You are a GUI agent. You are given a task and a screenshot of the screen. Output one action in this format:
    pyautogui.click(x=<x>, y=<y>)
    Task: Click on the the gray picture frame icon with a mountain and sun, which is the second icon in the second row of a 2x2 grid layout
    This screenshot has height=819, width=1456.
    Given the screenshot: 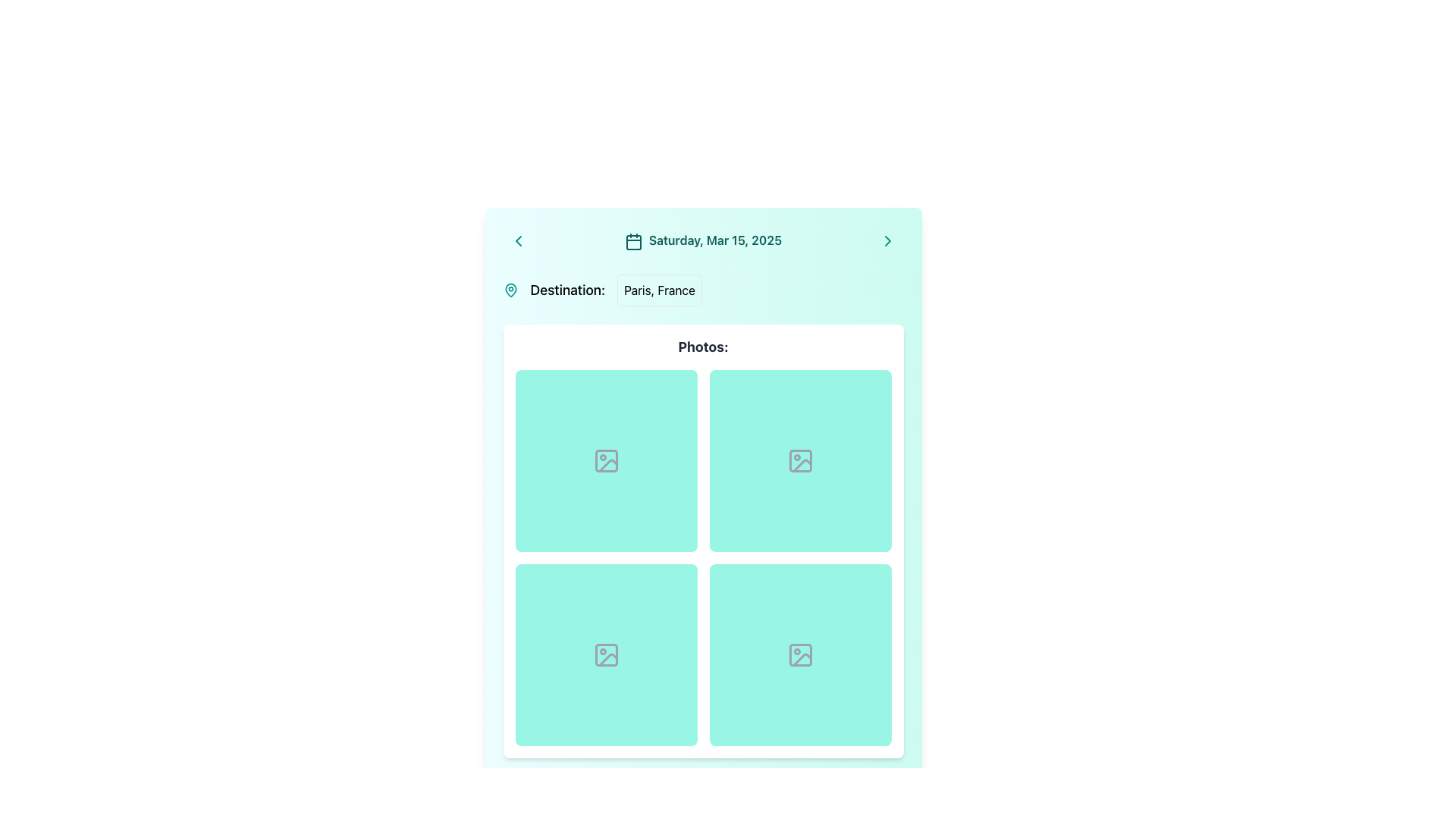 What is the action you would take?
    pyautogui.click(x=605, y=654)
    